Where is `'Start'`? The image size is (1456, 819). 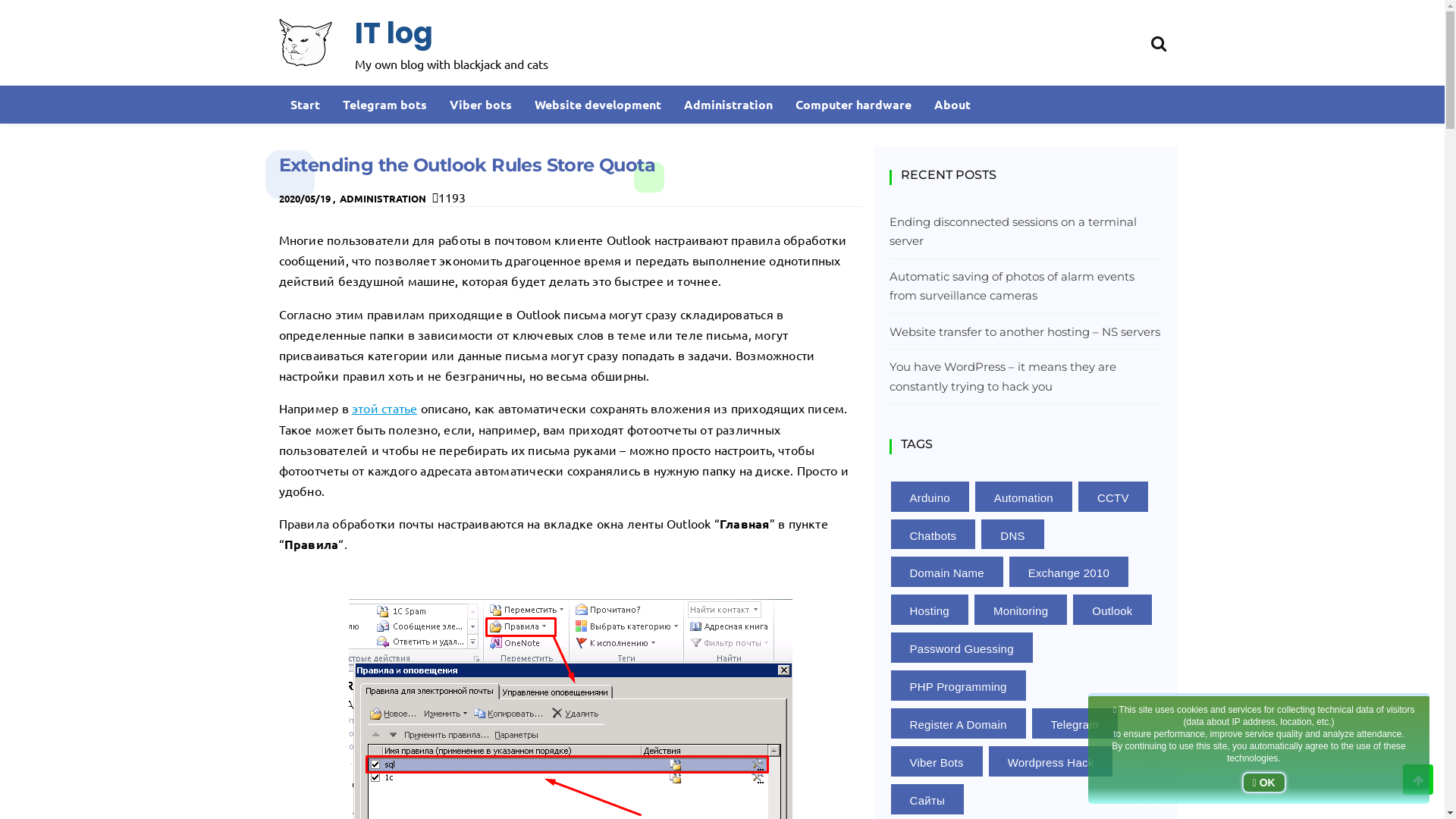 'Start' is located at coordinates (304, 104).